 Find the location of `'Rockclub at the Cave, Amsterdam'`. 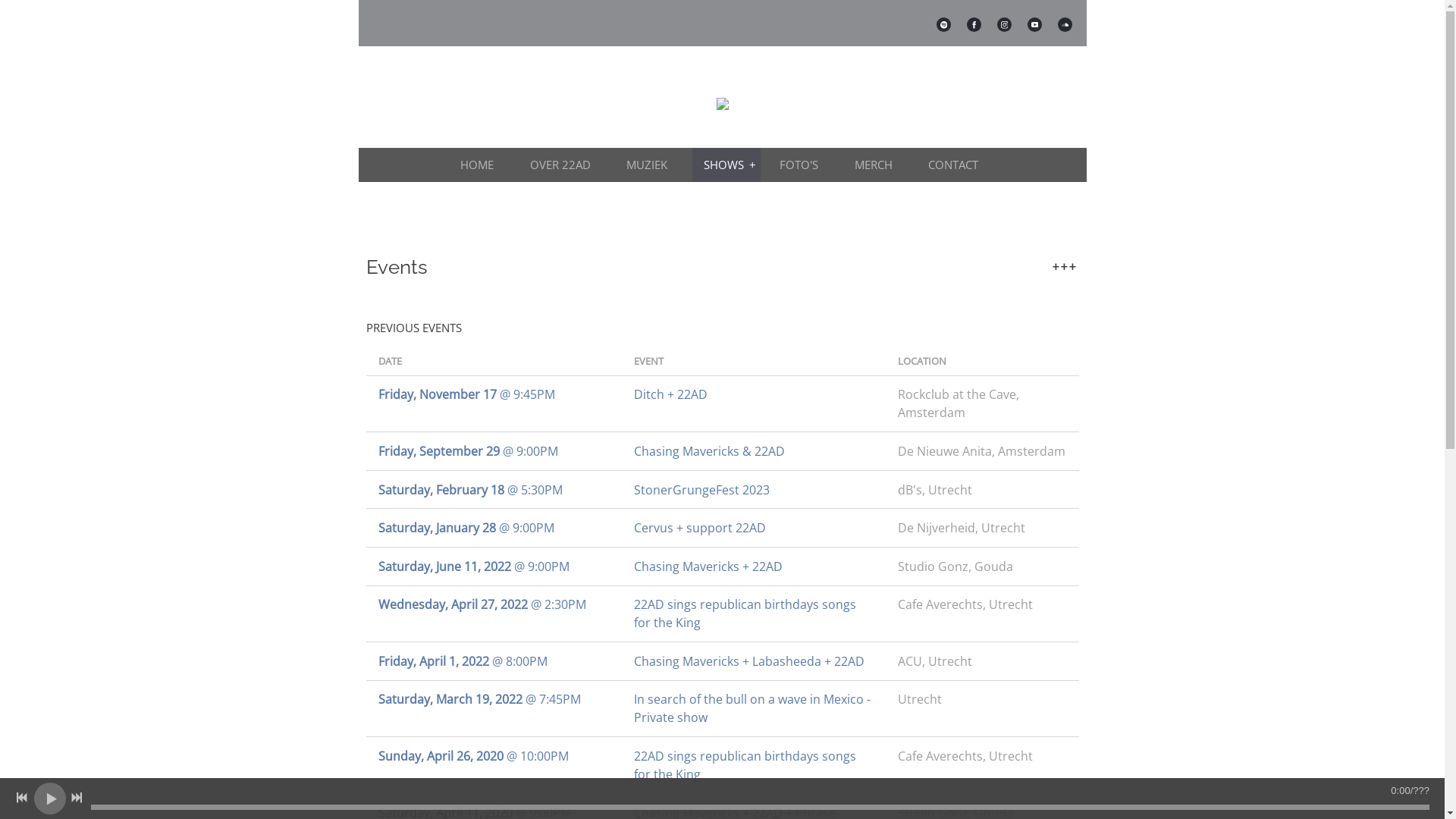

'Rockclub at the Cave, Amsterdam' is located at coordinates (982, 403).